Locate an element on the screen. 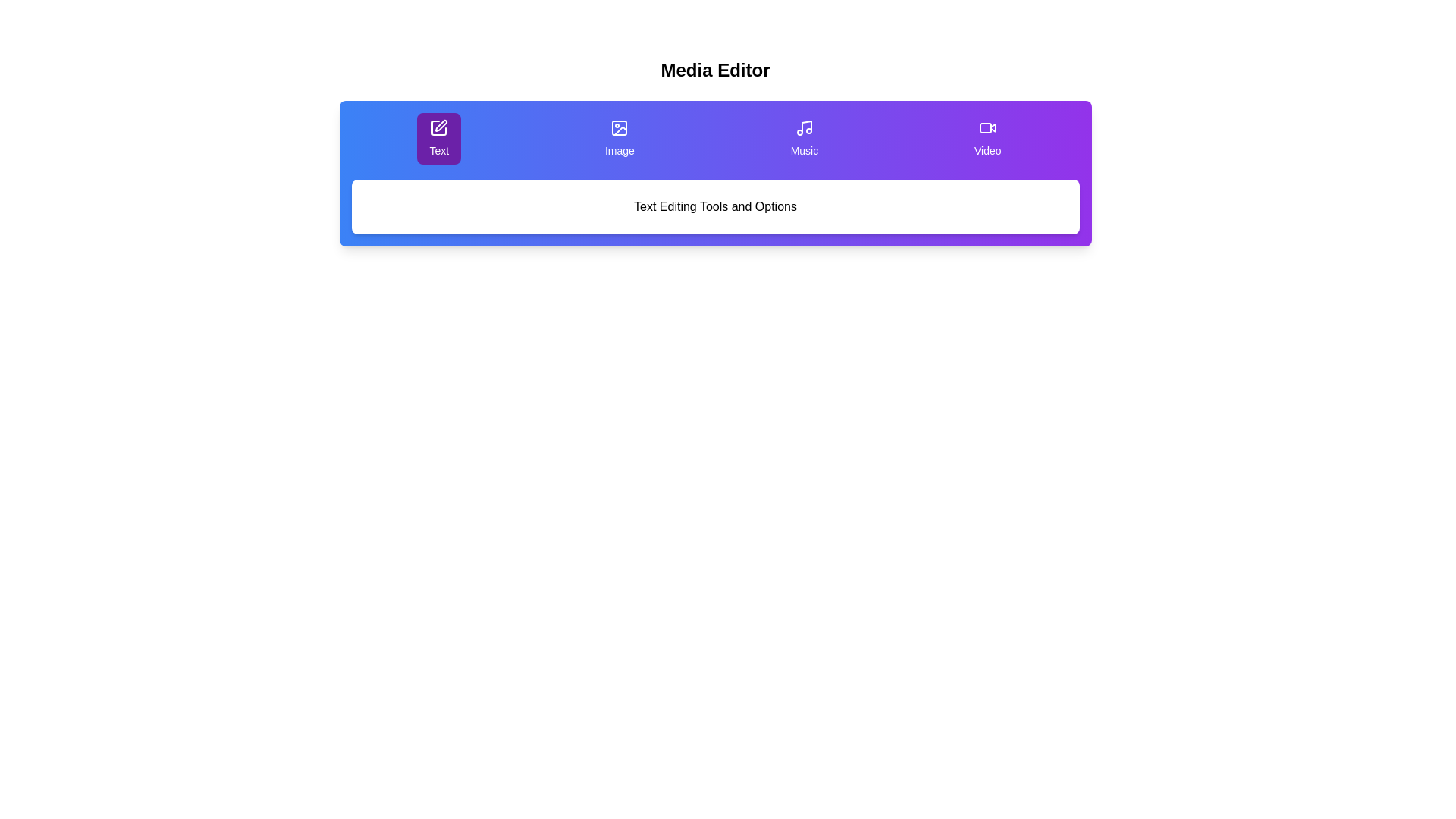  the pen icon representing the edit tool located in the top-left section of the toolbar is located at coordinates (441, 124).